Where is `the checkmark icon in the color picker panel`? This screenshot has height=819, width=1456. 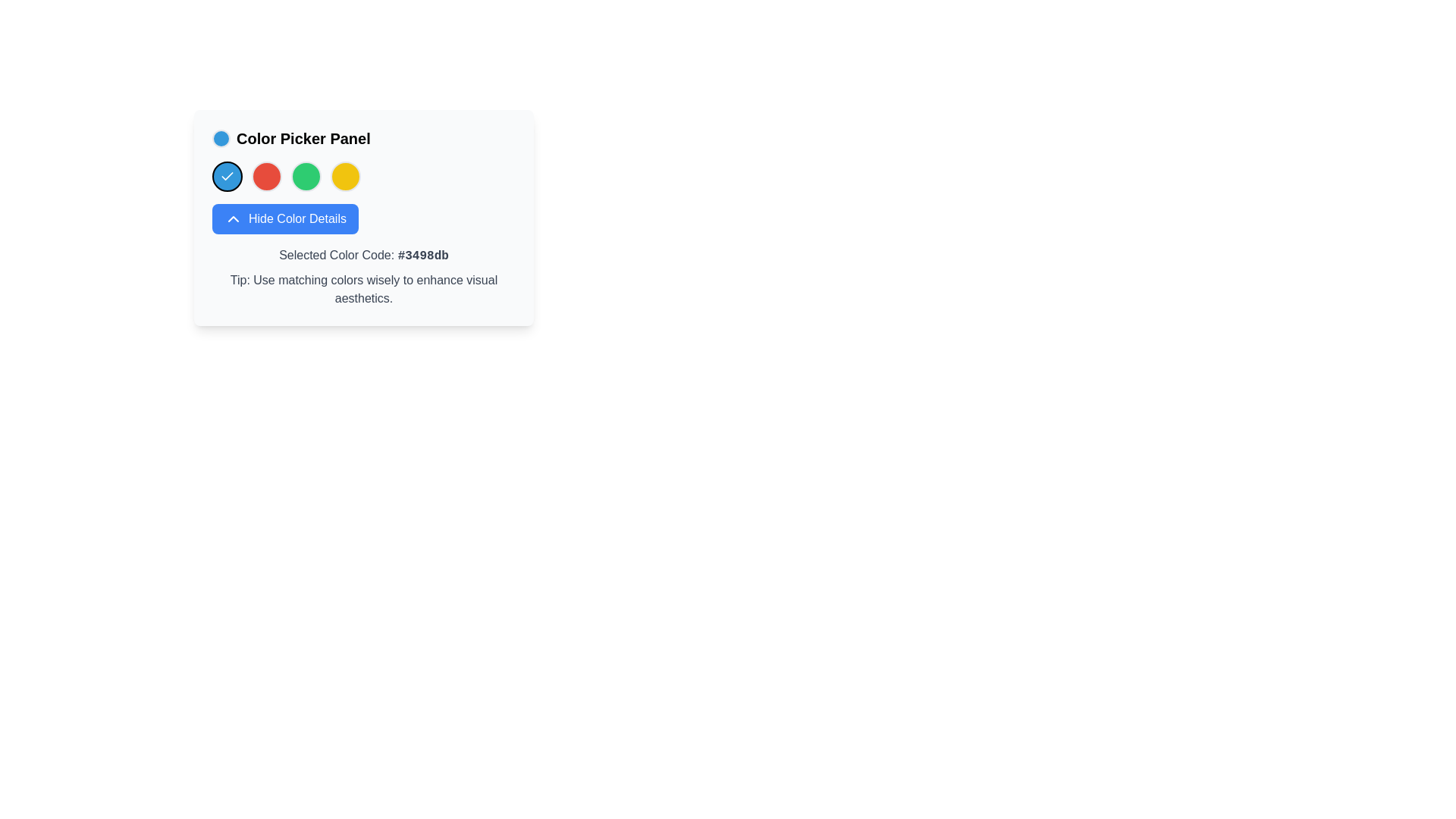
the checkmark icon in the color picker panel is located at coordinates (226, 175).